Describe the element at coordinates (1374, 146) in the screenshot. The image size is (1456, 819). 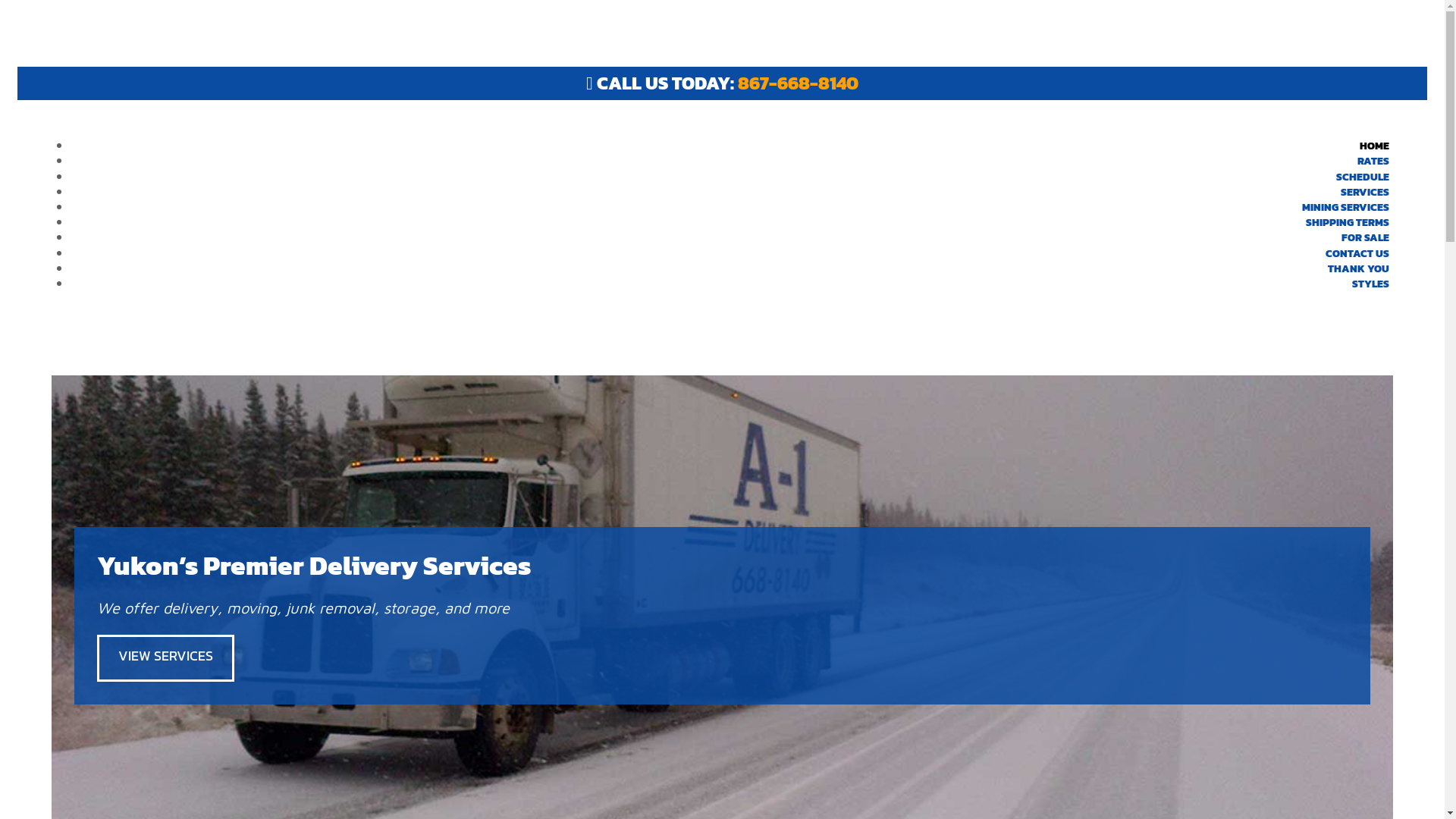
I see `'HOME'` at that location.